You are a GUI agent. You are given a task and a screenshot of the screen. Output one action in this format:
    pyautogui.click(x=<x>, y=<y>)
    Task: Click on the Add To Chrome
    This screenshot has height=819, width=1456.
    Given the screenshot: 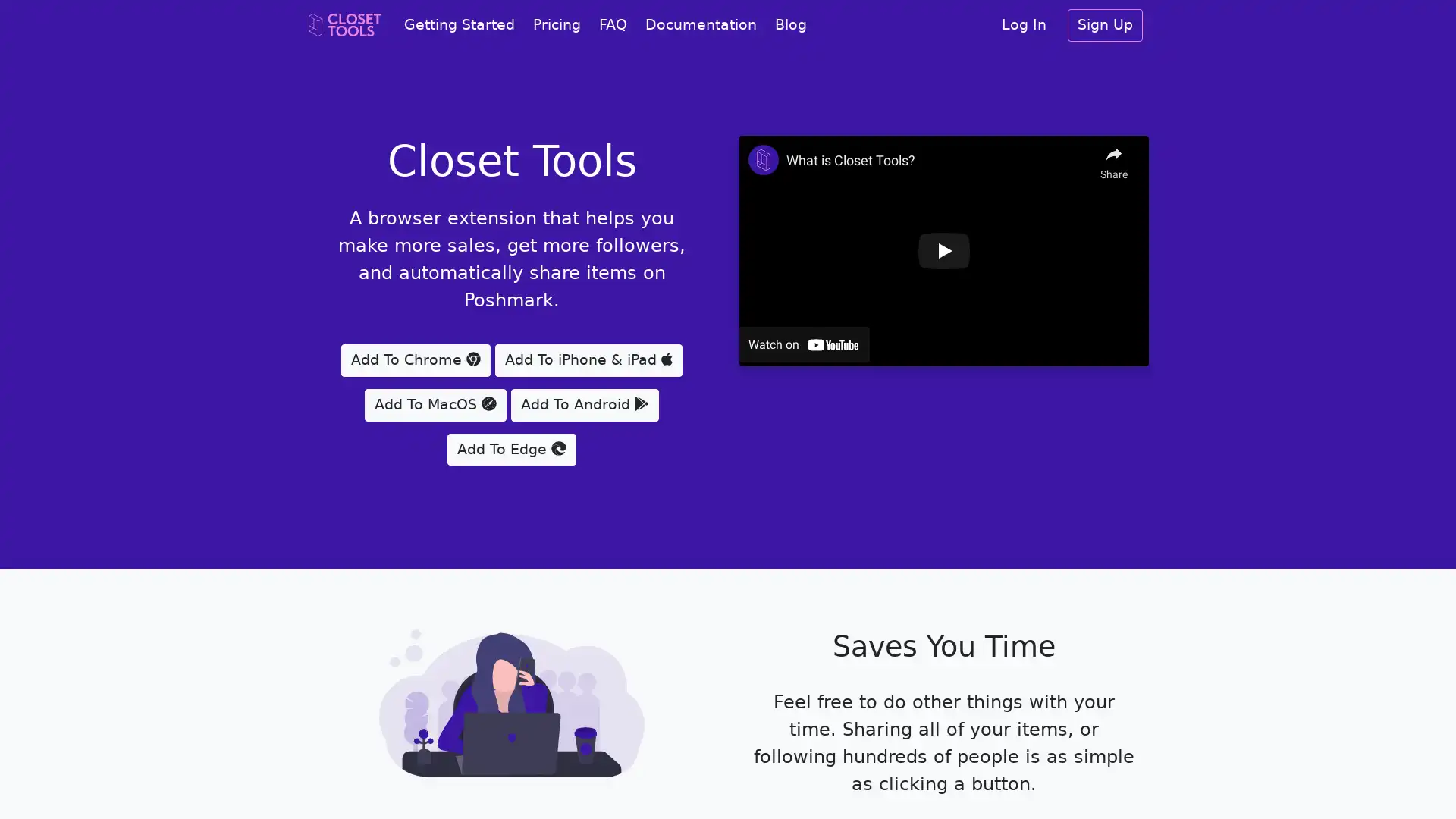 What is the action you would take?
    pyautogui.click(x=416, y=359)
    